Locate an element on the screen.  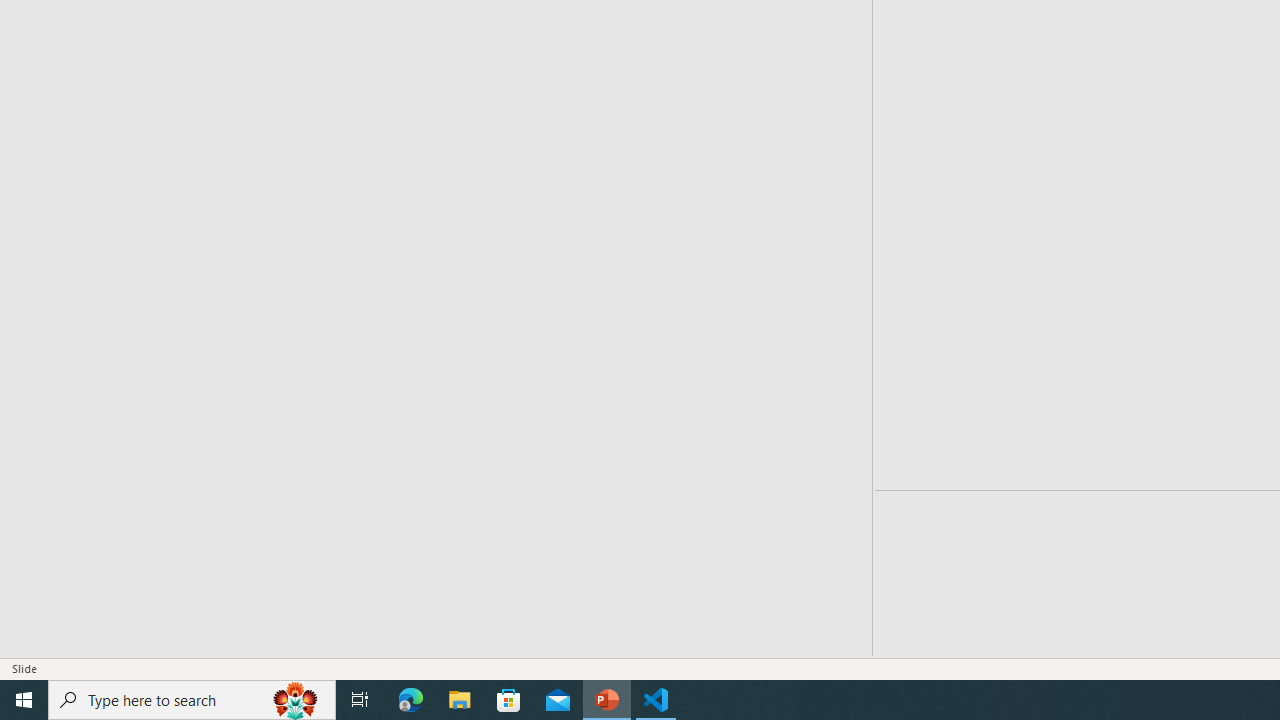
'Type here to search' is located at coordinates (192, 698).